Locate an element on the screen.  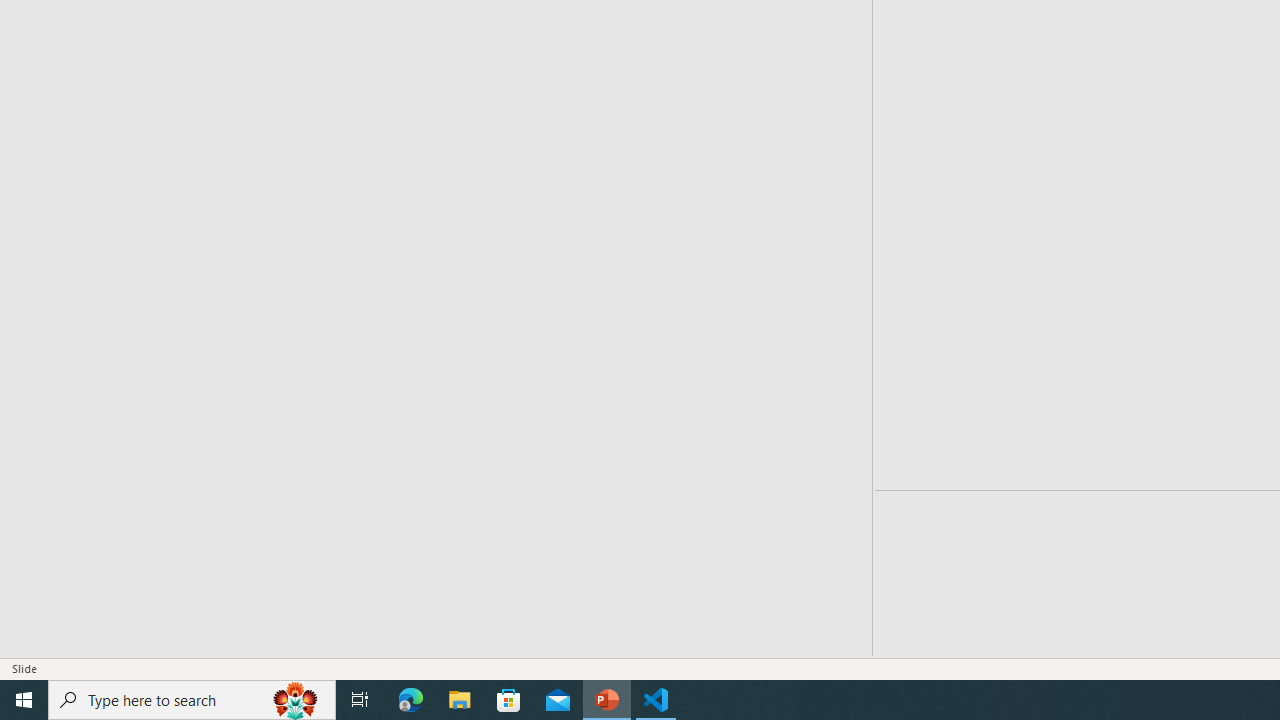
'Type here to search' is located at coordinates (192, 698).